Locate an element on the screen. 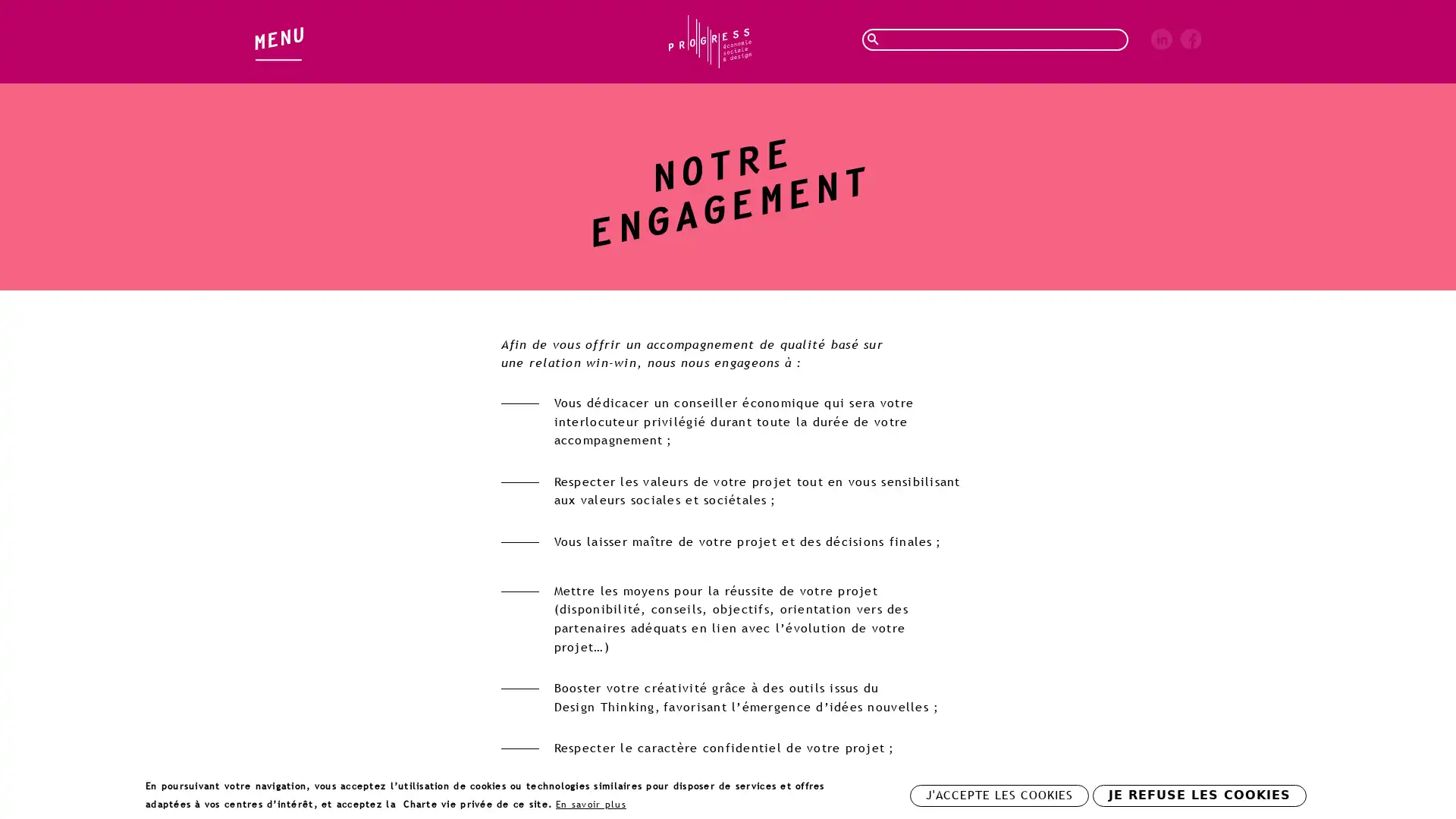  En savoir plus is located at coordinates (589, 803).